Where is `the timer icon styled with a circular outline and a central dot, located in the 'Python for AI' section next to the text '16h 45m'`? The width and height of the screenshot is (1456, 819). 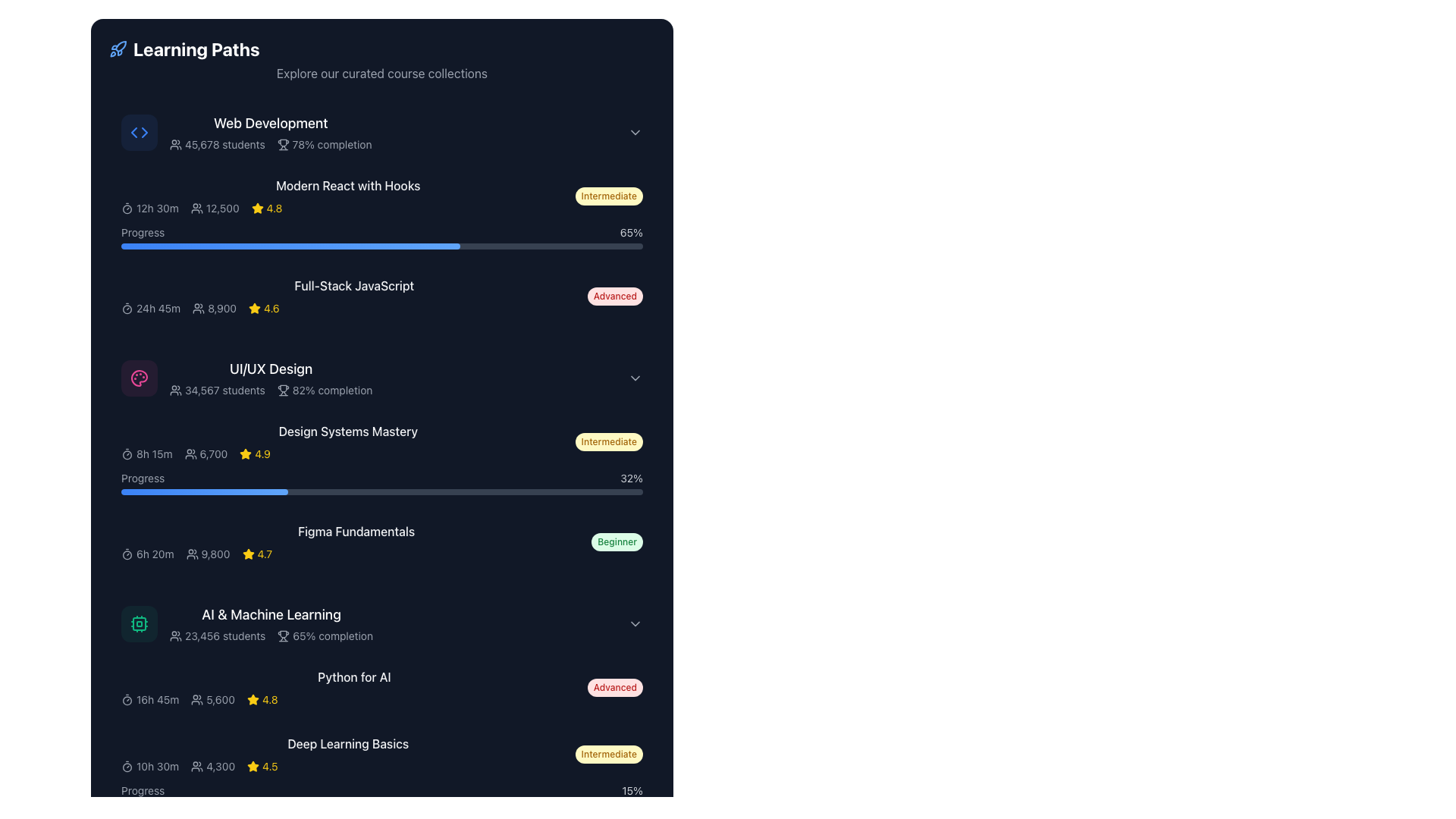
the timer icon styled with a circular outline and a central dot, located in the 'Python for AI' section next to the text '16h 45m' is located at coordinates (127, 699).